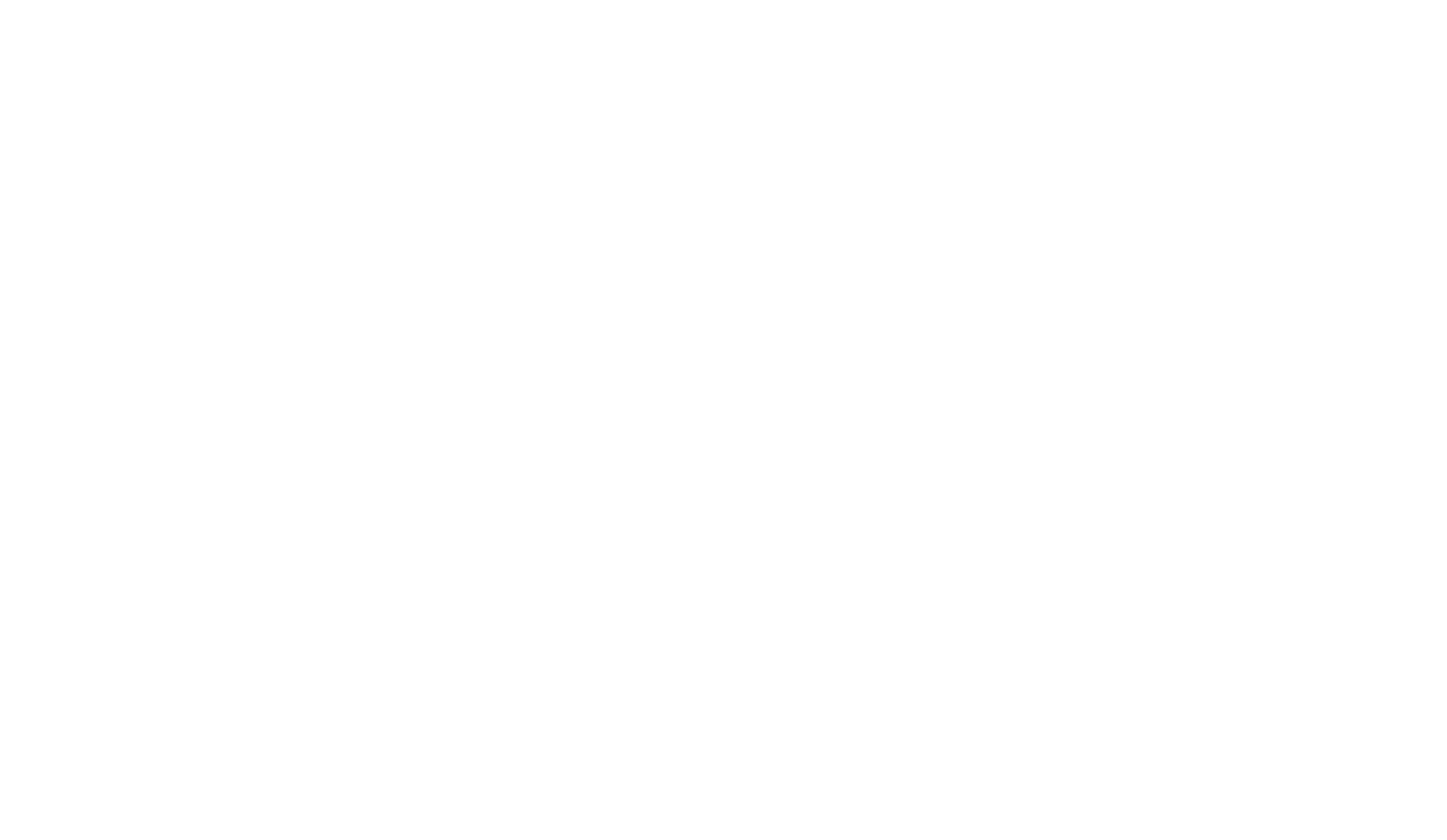 This screenshot has height=840, width=1447. Describe the element at coordinates (723, 192) in the screenshot. I see `'Portugal'` at that location.